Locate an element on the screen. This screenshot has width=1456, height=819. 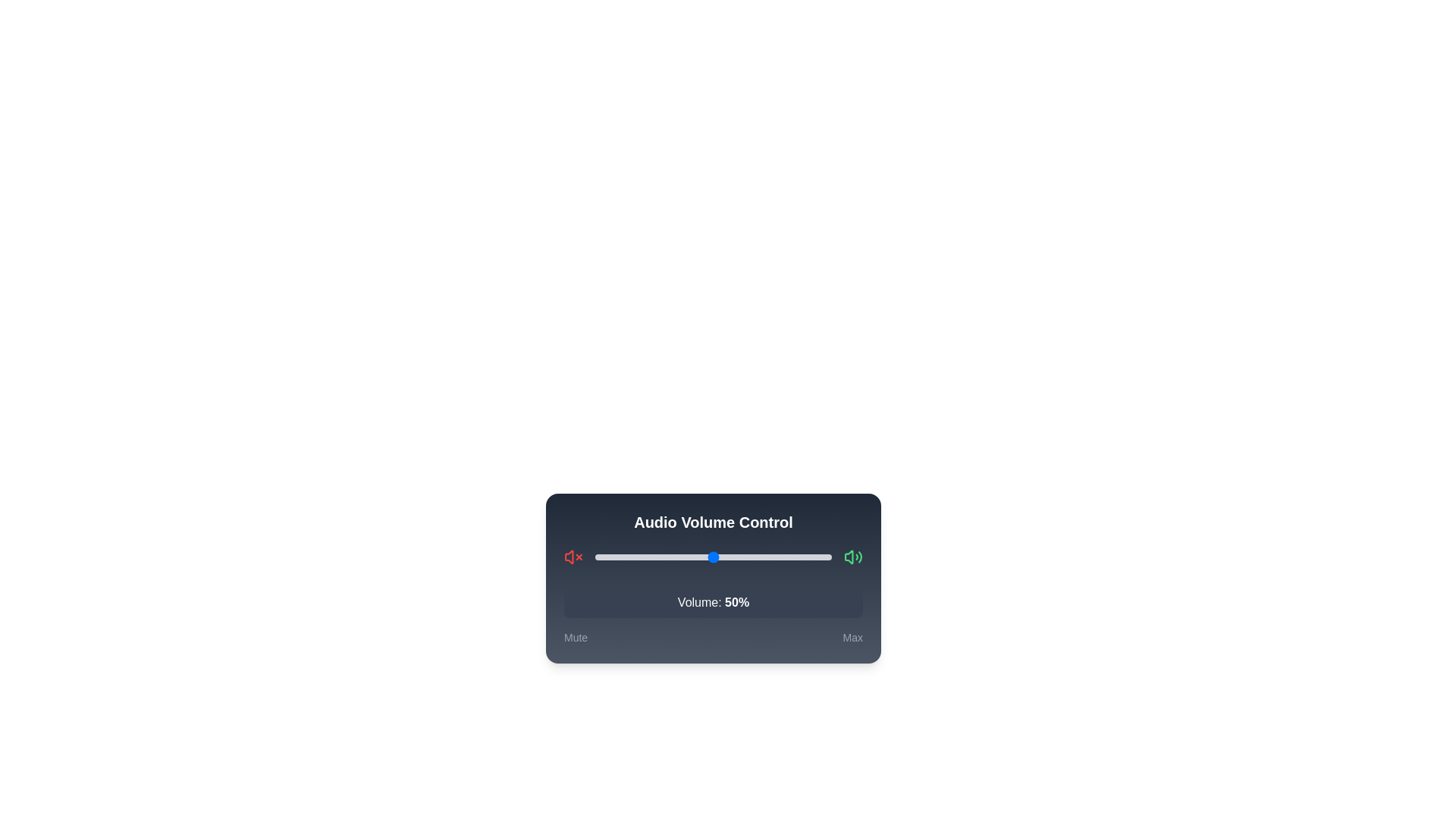
the slider to set the volume to 67% is located at coordinates (753, 557).